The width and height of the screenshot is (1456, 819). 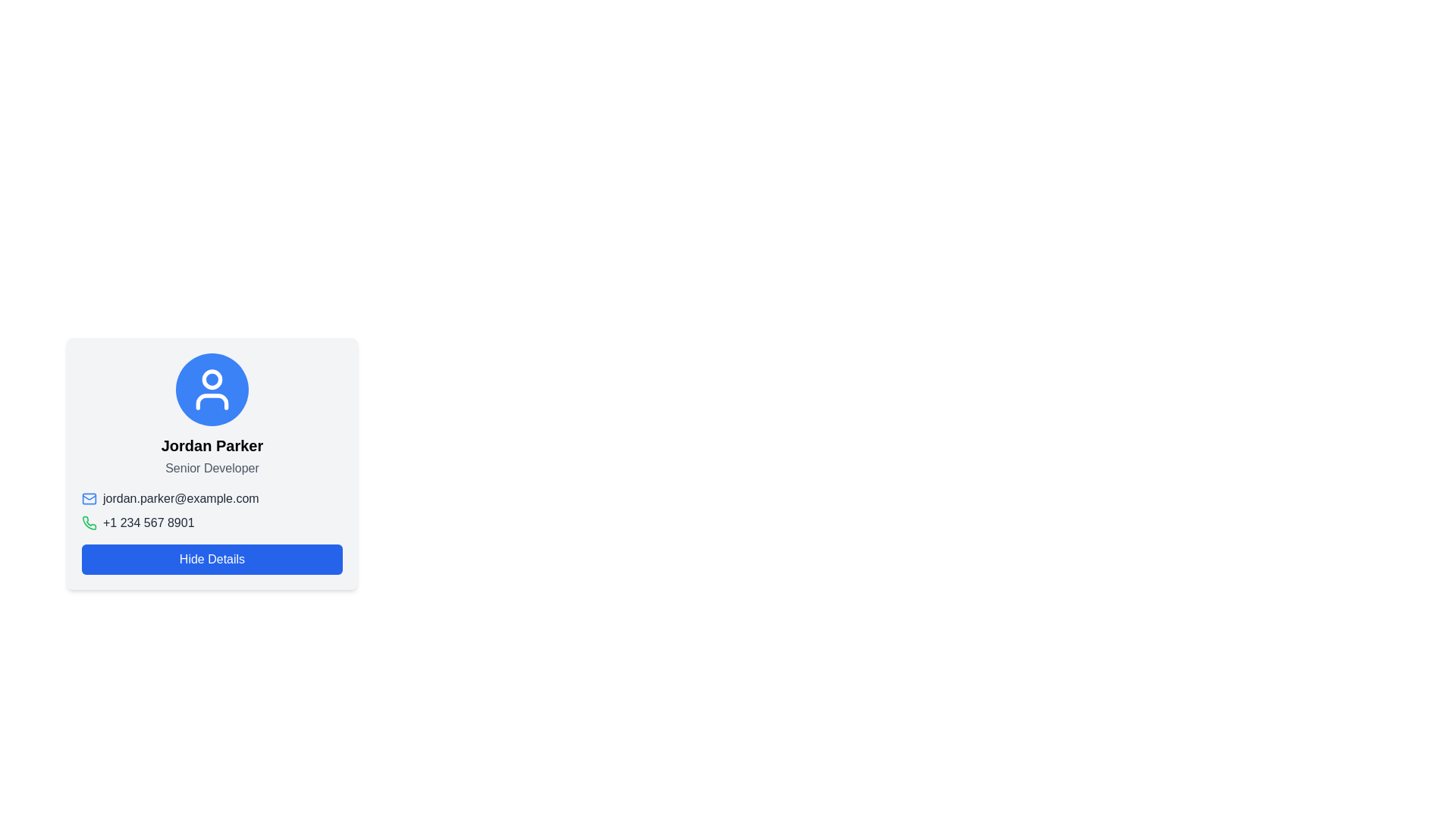 What do you see at coordinates (211, 378) in the screenshot?
I see `the head portion of the avatar graphic, which is centrally positioned in the user card` at bounding box center [211, 378].